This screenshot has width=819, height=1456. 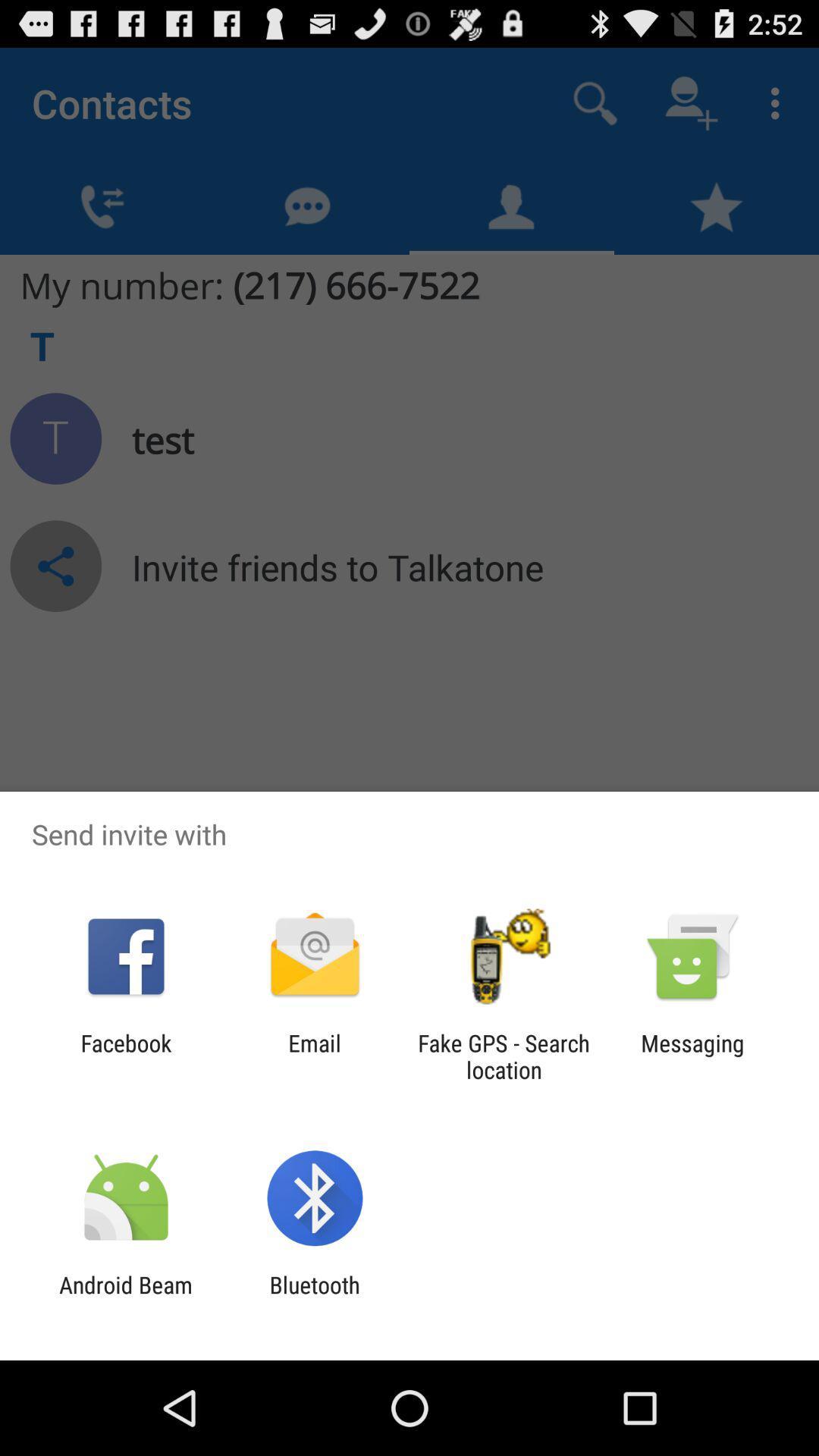 I want to click on fake gps search item, so click(x=504, y=1056).